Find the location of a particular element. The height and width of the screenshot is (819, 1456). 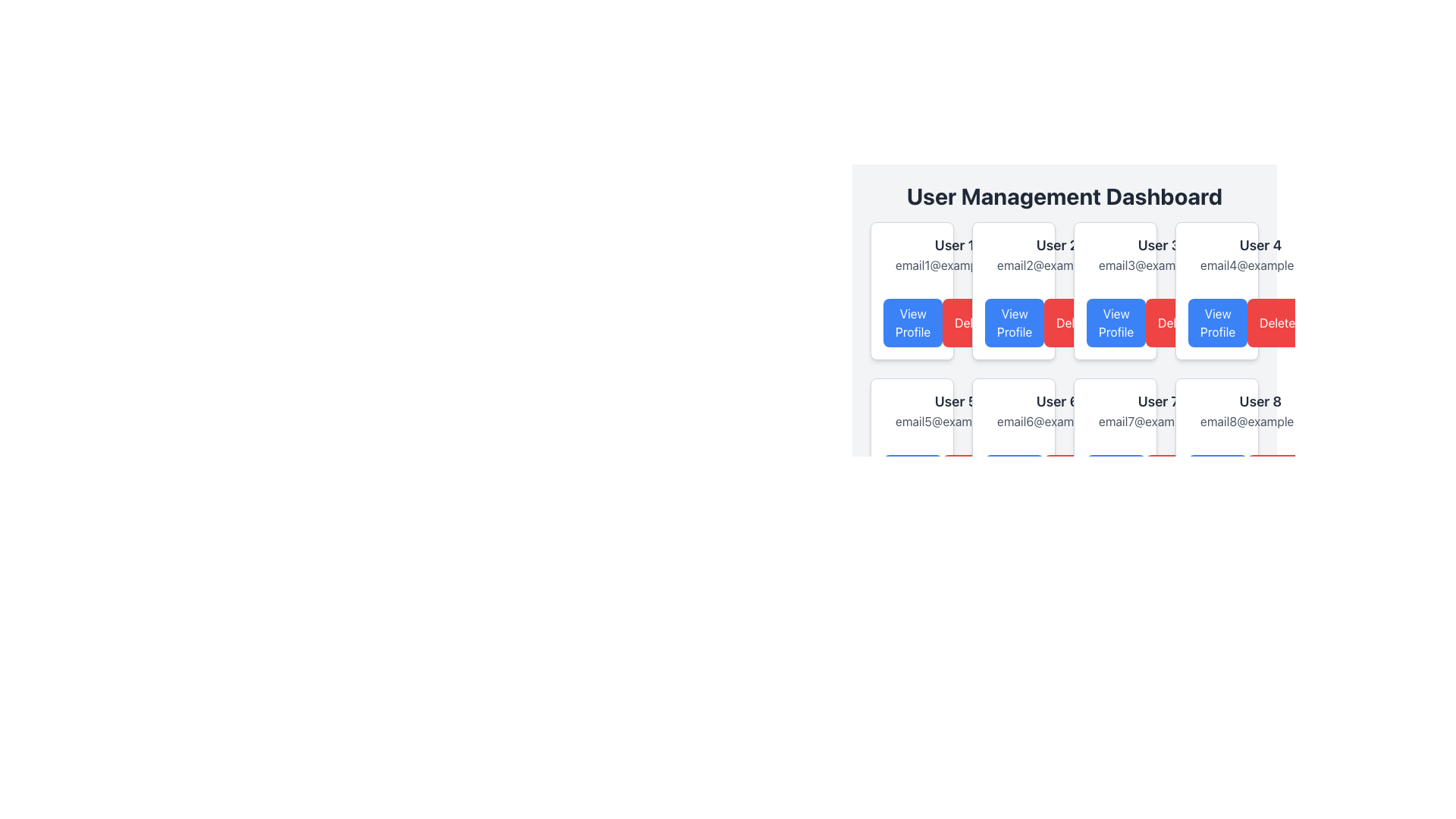

the first button in the user management dashboard grid under 'User 2' is located at coordinates (1015, 322).